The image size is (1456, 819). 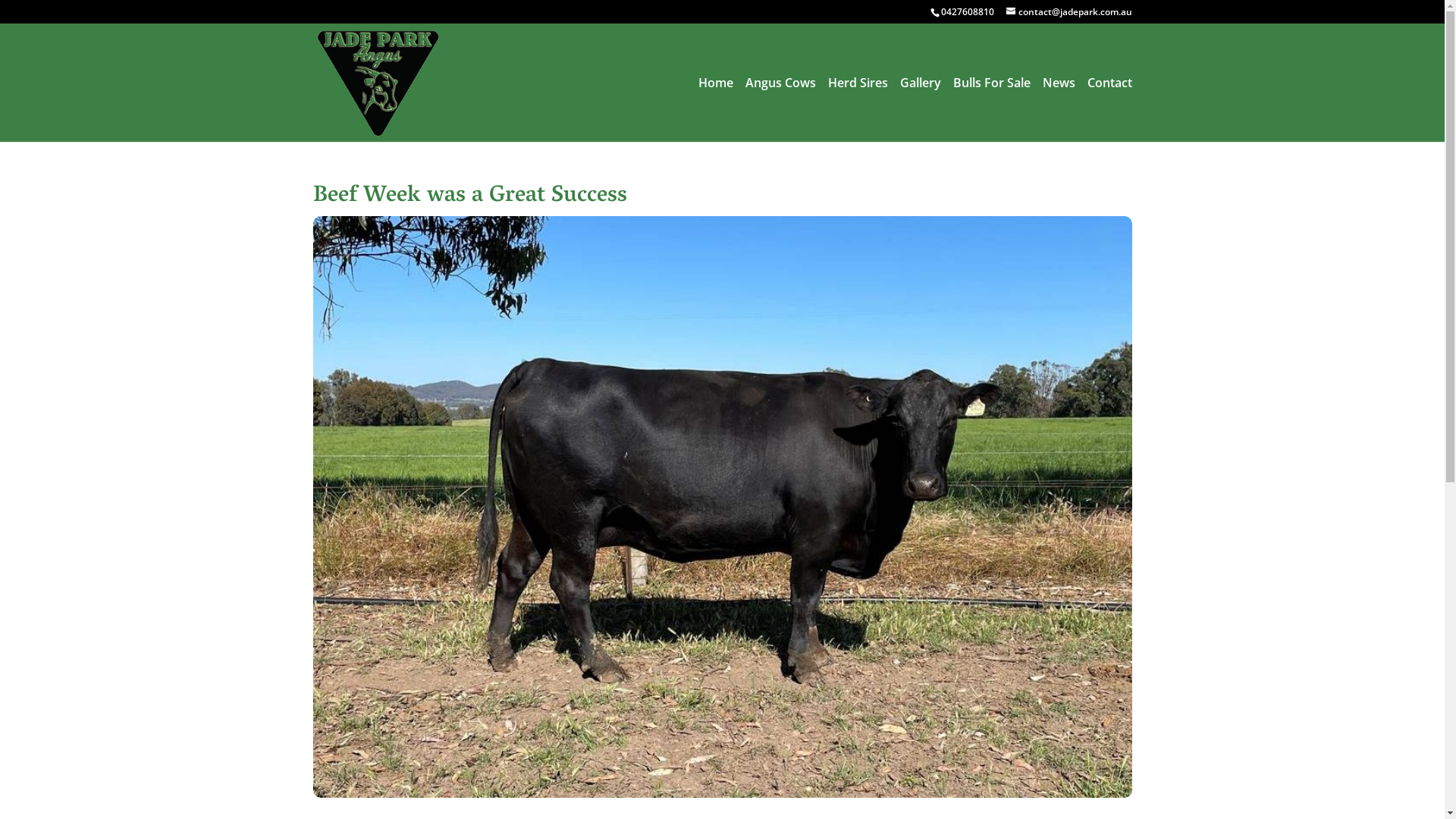 I want to click on '0427608810', so click(x=928, y=11).